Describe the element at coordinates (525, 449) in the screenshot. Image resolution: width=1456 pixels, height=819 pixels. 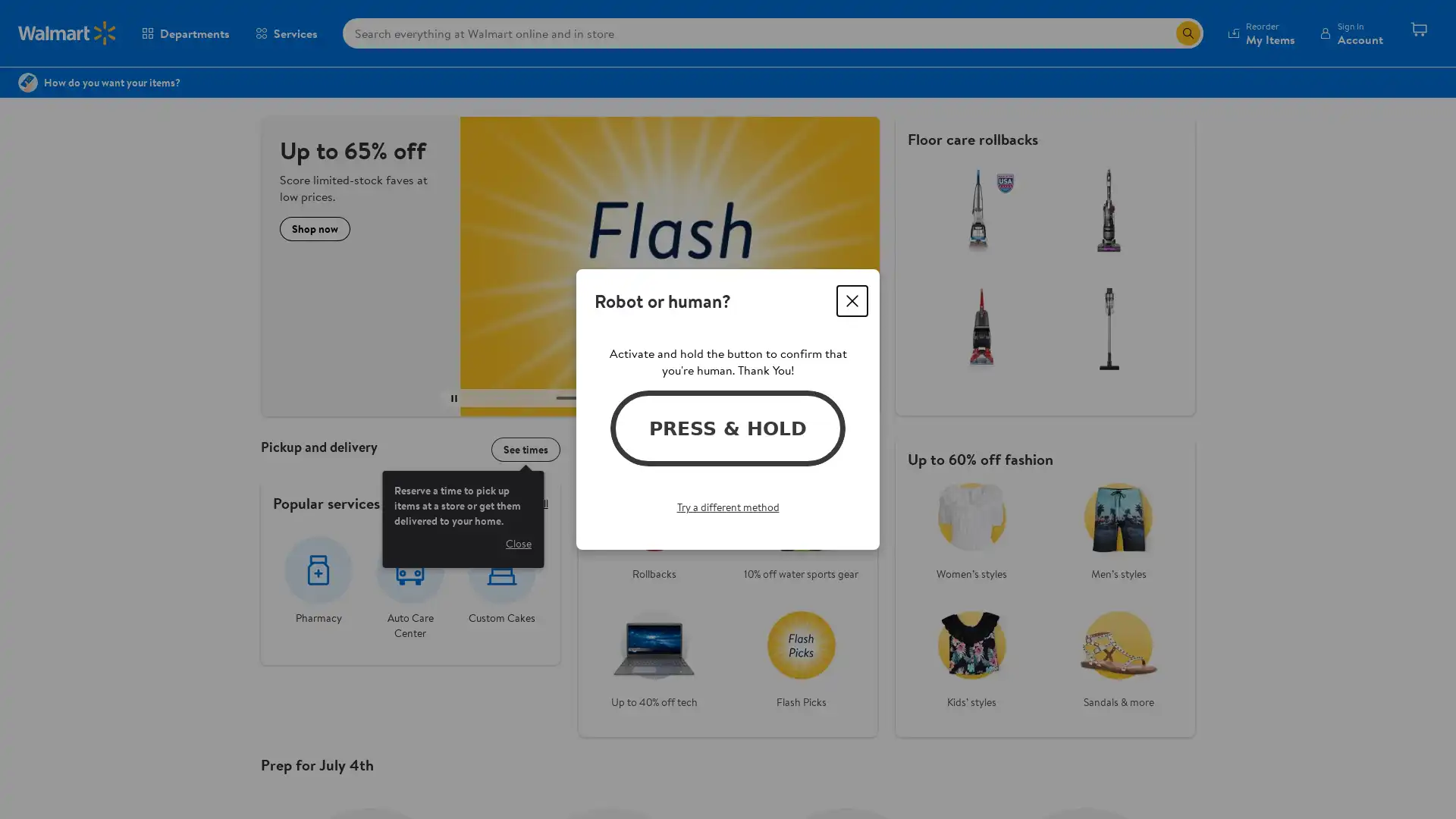
I see `See times Reserve a time to pick up items at a store or get them delivered to your home.` at that location.